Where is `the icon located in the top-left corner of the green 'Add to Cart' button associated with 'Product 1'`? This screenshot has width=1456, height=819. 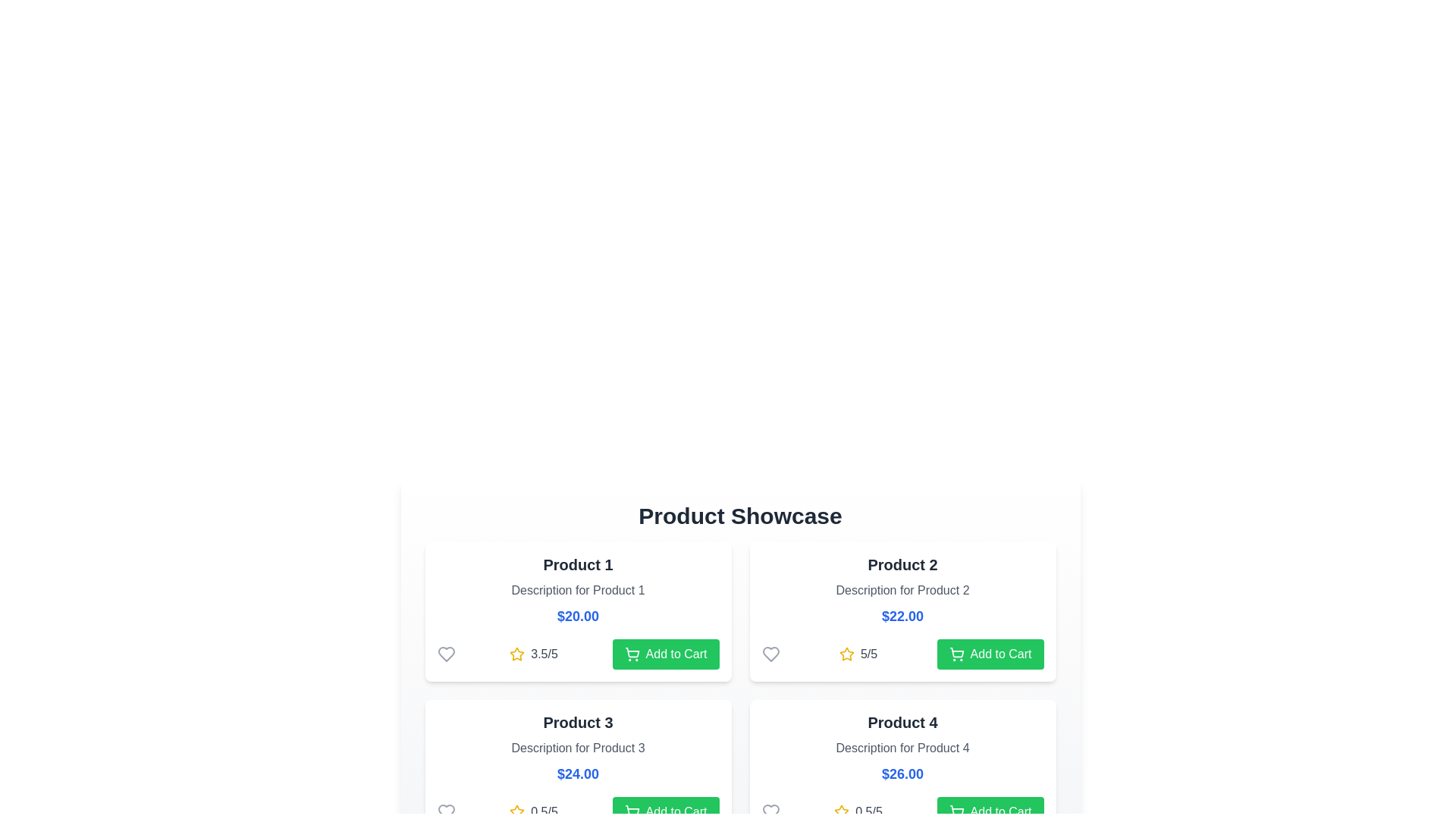 the icon located in the top-left corner of the green 'Add to Cart' button associated with 'Product 1' is located at coordinates (632, 654).